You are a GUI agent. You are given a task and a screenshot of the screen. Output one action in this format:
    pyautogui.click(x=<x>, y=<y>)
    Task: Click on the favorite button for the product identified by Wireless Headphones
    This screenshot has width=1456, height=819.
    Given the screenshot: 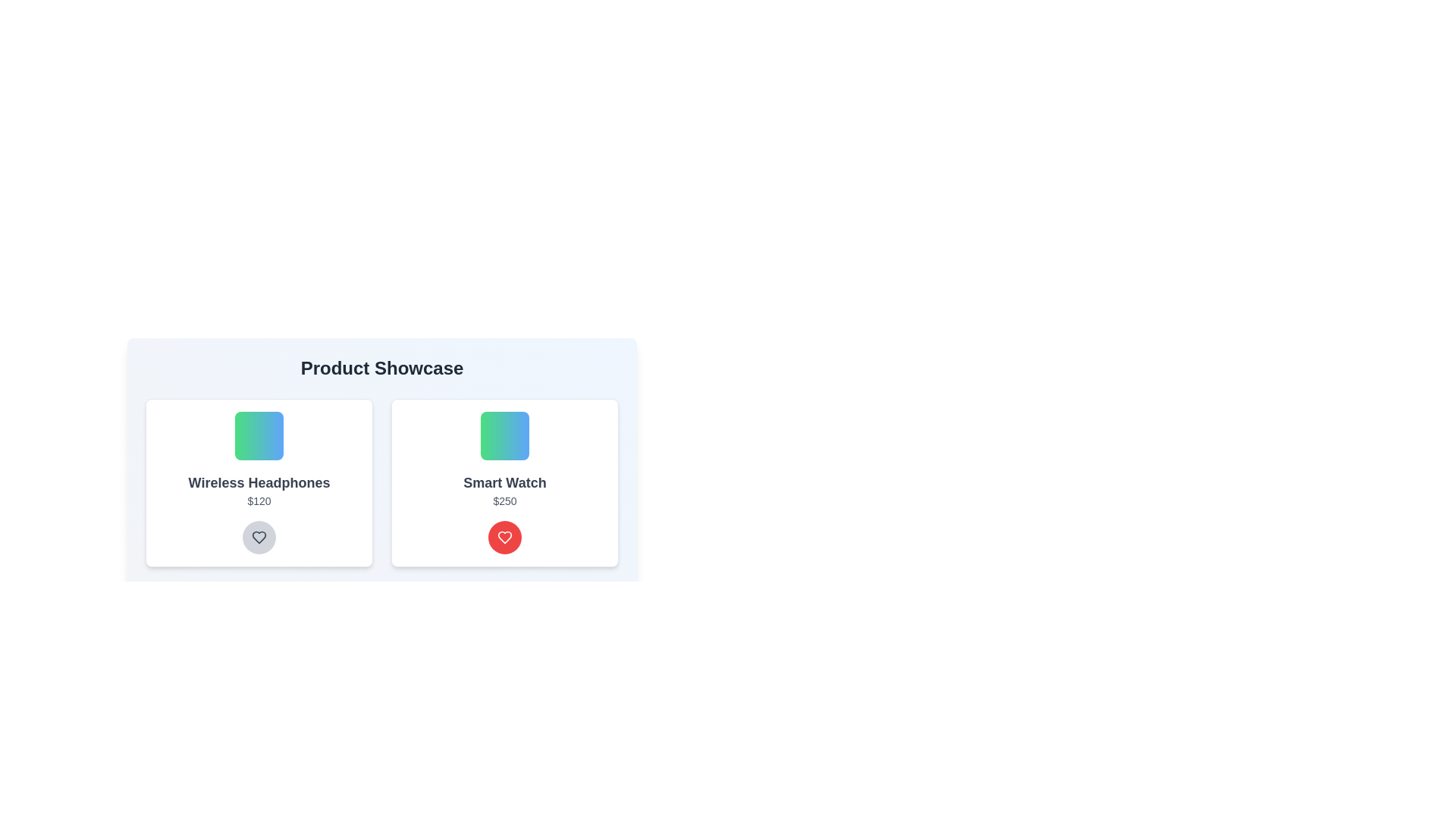 What is the action you would take?
    pyautogui.click(x=259, y=537)
    